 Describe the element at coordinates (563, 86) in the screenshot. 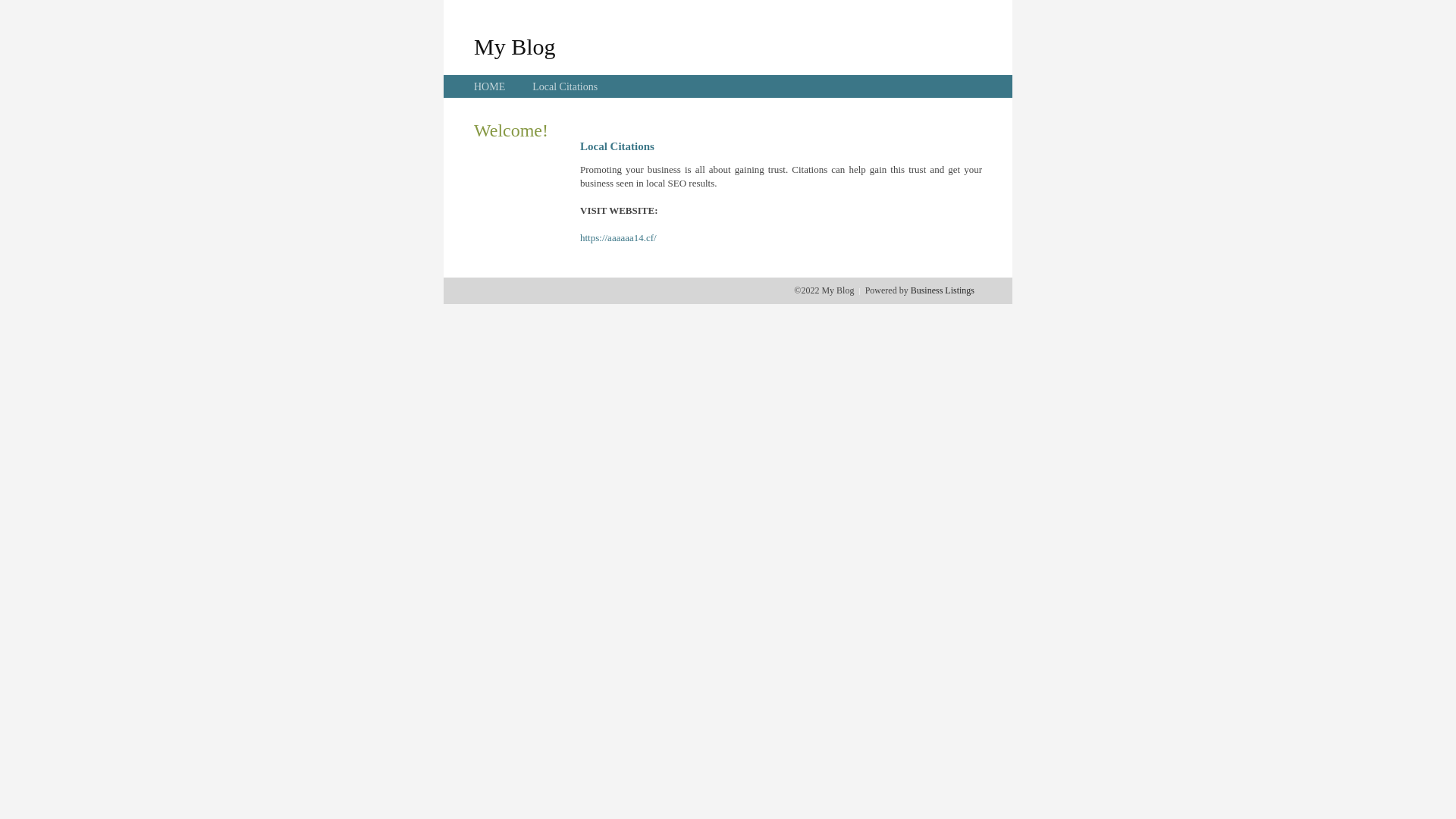

I see `'Local Citations'` at that location.